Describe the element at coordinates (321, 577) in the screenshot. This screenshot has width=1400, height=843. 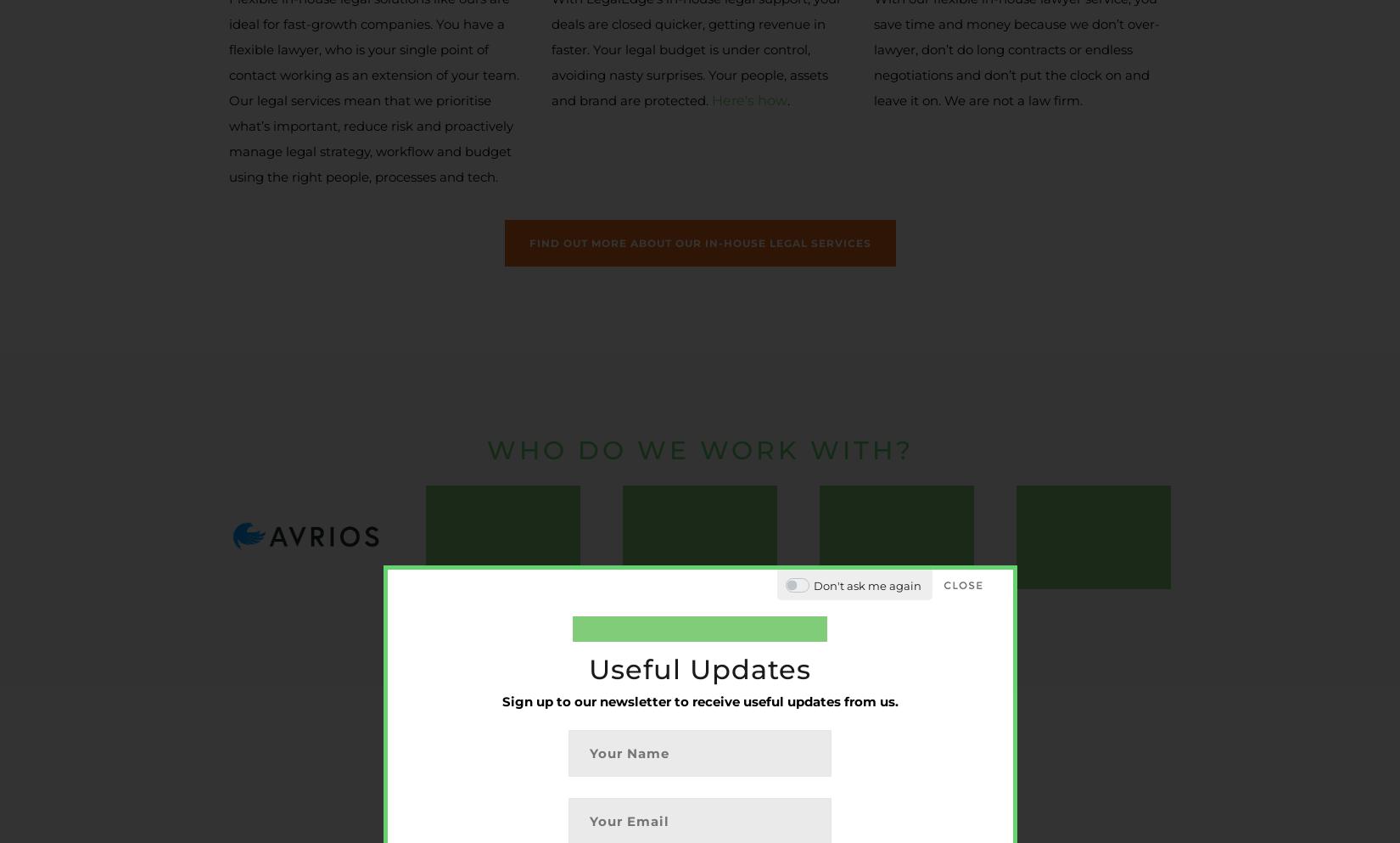
I see `'+44 (0)20 3086 8909'` at that location.